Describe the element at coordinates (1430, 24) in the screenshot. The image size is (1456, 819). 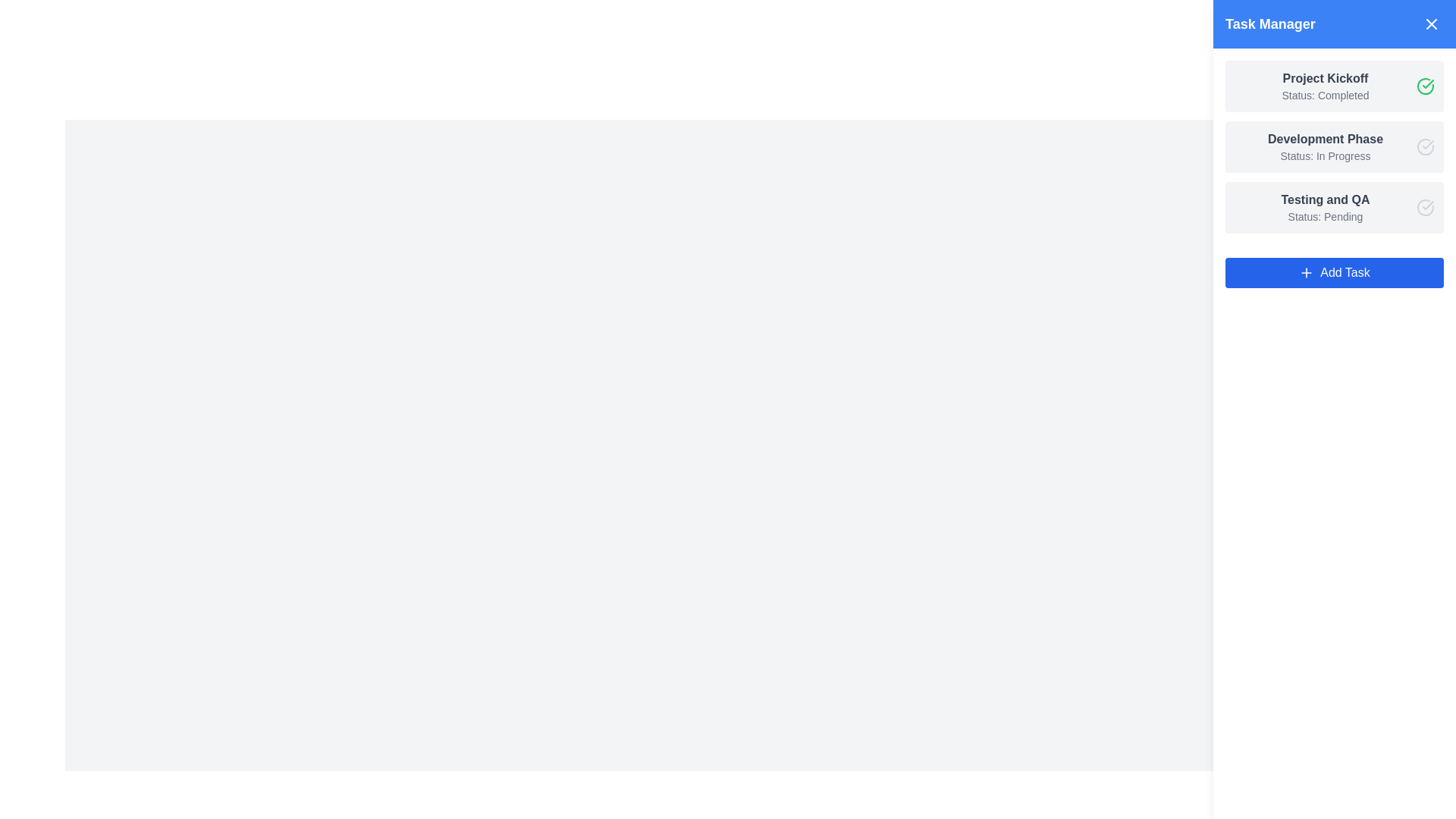
I see `the close button located in the top-right corner of the blue header bar labeled 'Task Manager'` at that location.